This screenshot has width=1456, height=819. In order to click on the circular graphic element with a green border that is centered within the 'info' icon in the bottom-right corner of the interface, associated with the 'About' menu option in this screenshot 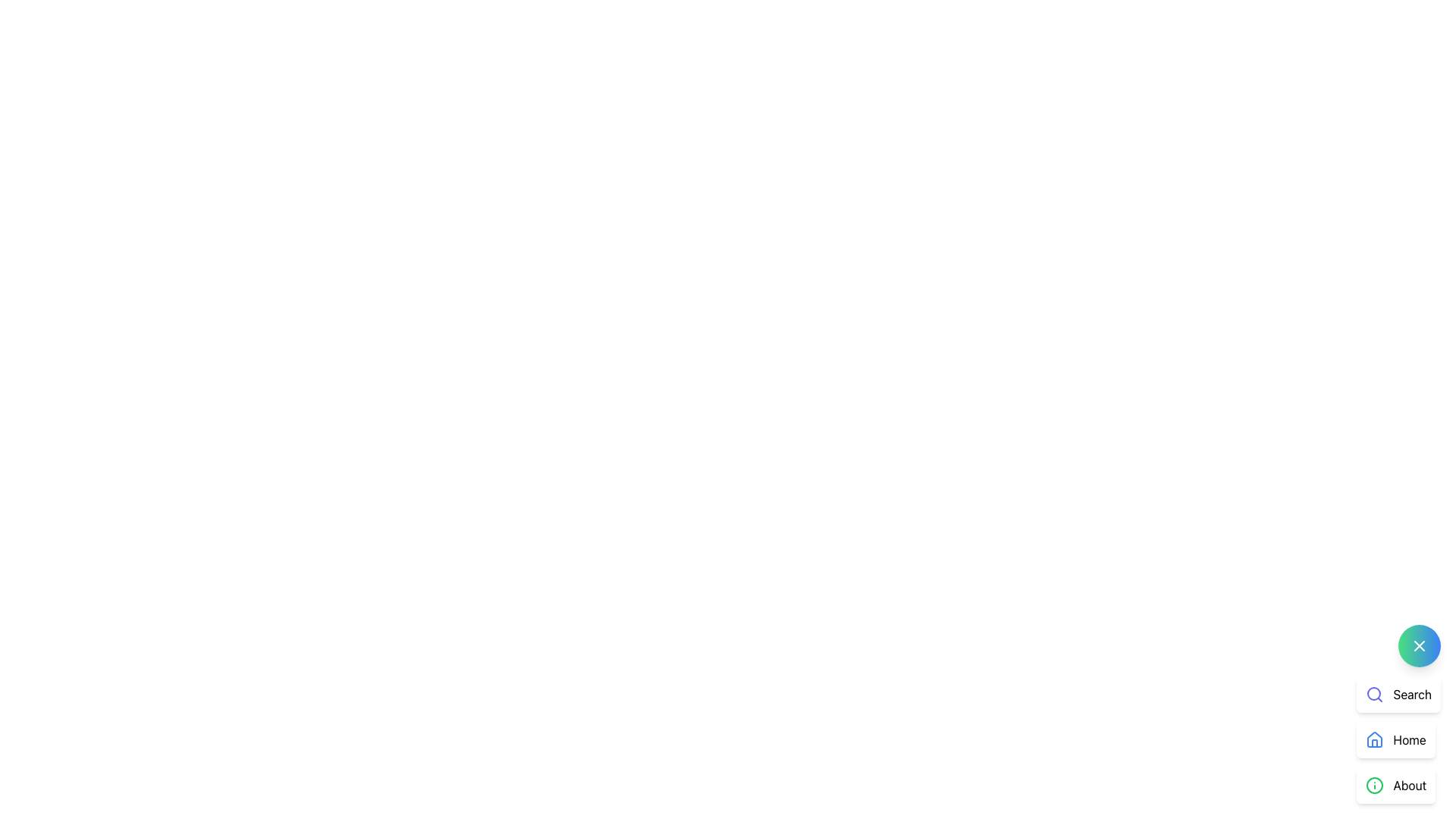, I will do `click(1375, 785)`.